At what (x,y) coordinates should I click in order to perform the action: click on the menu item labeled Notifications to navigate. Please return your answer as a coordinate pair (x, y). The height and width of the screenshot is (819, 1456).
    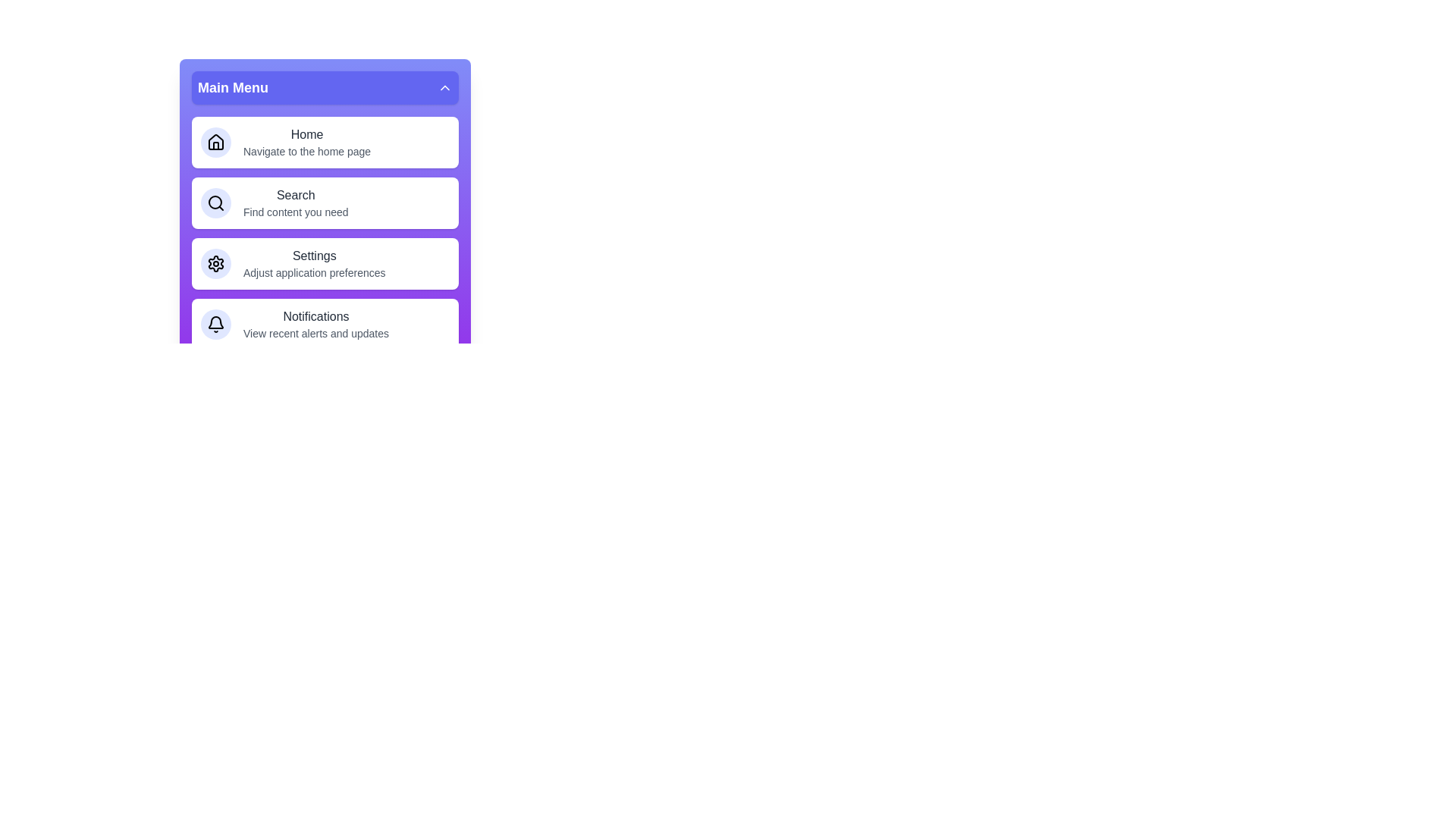
    Looking at the image, I should click on (324, 324).